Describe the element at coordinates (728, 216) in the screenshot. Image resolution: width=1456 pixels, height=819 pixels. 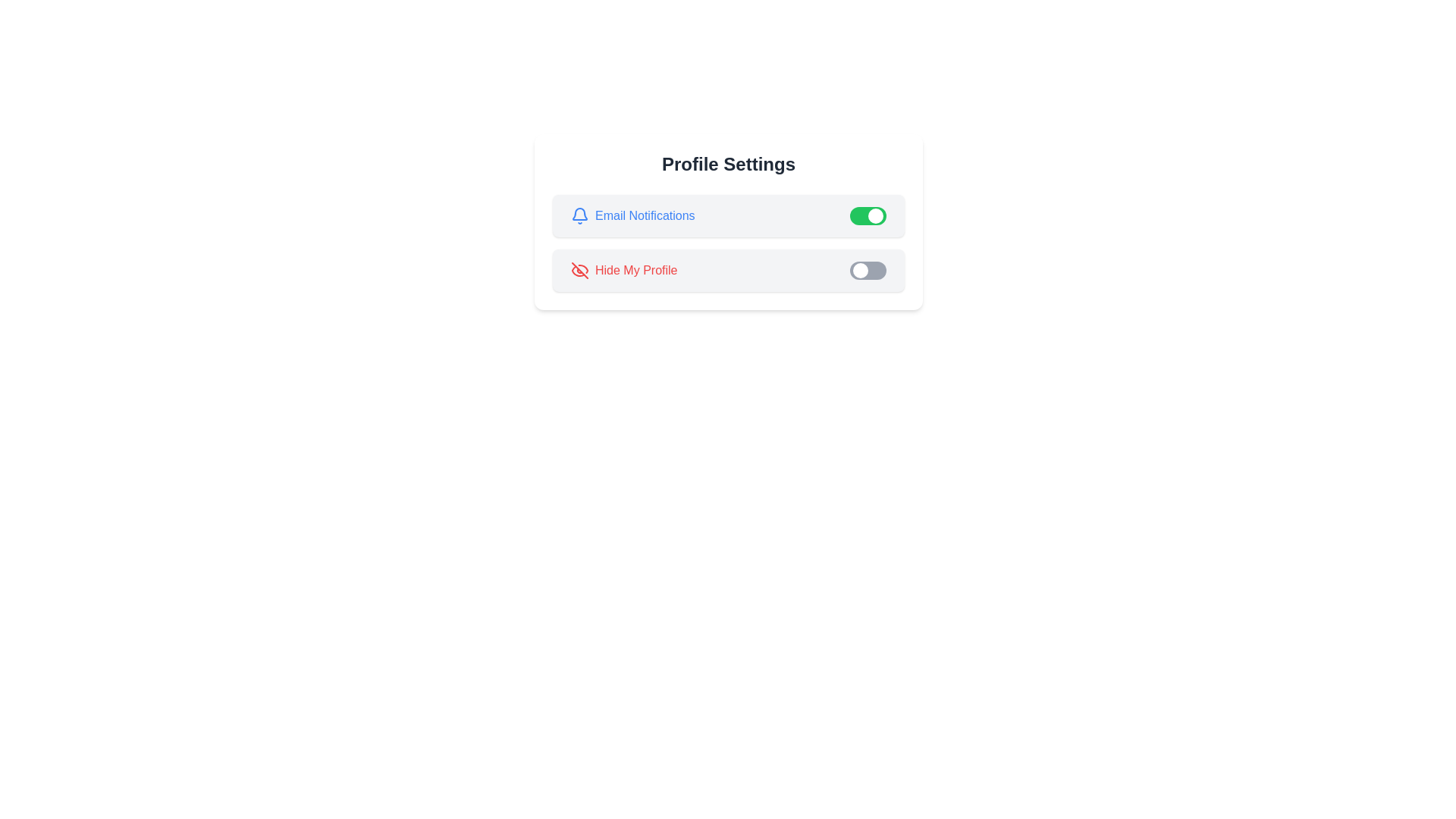
I see `the toggle switch in the email notifications section of the Profile Settings` at that location.